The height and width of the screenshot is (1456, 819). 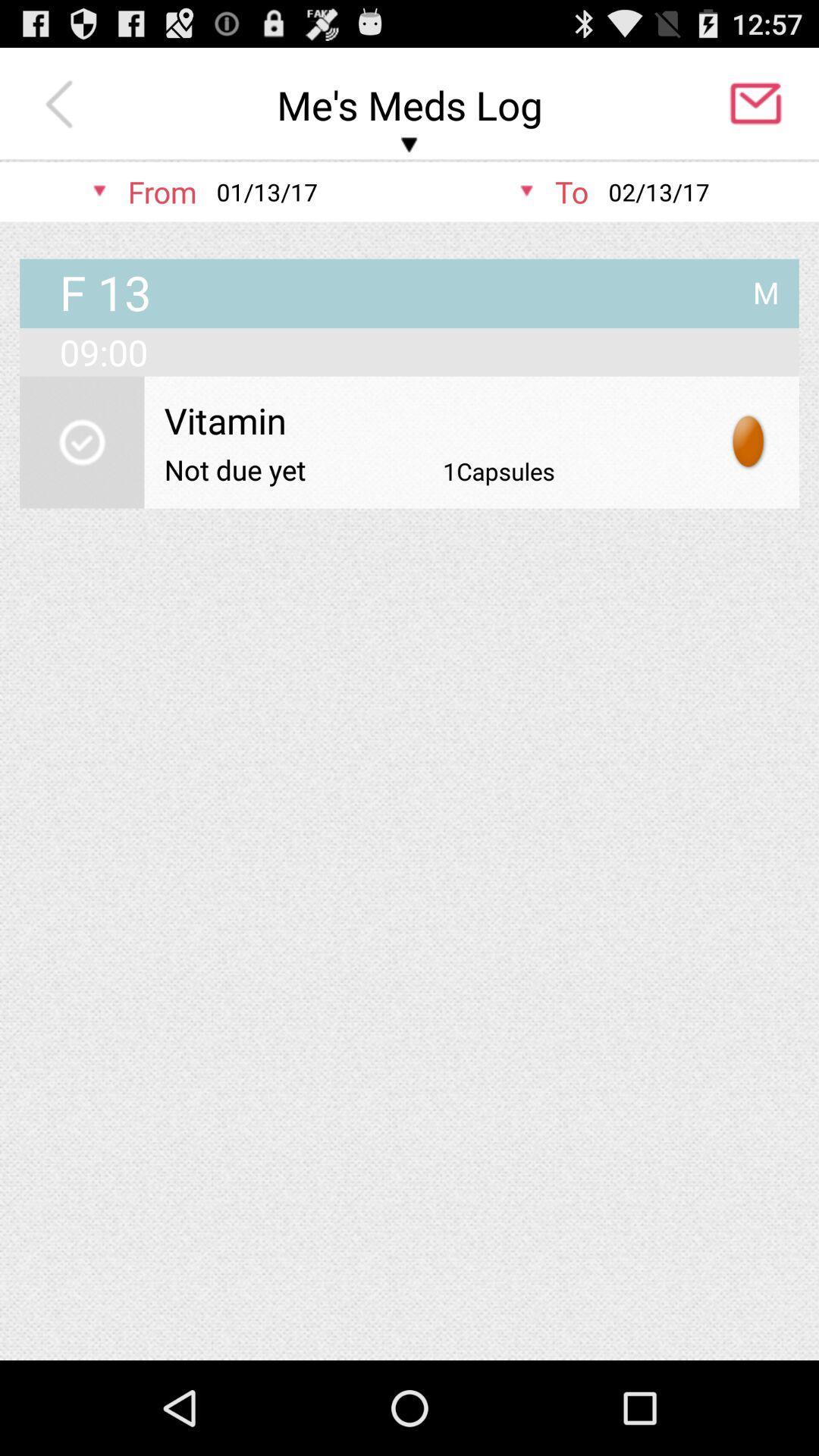 I want to click on 1capsules, so click(x=499, y=470).